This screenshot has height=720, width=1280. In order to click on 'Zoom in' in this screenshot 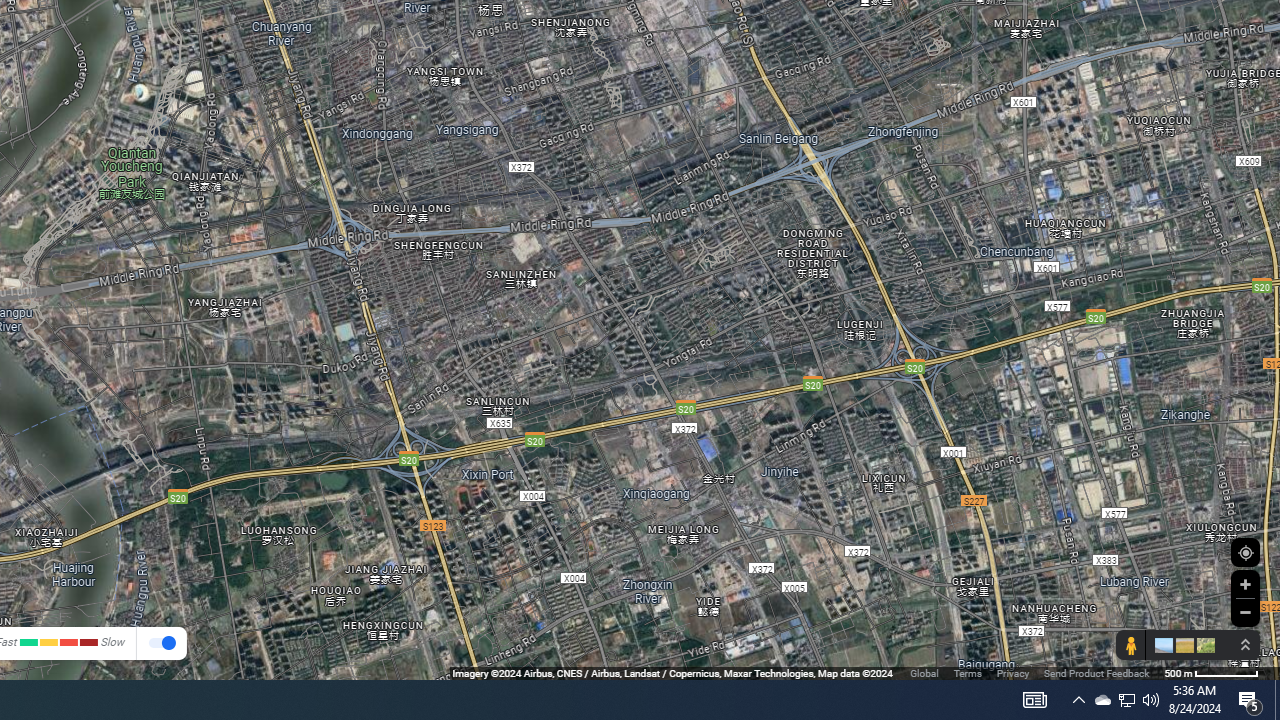, I will do `click(1244, 584)`.